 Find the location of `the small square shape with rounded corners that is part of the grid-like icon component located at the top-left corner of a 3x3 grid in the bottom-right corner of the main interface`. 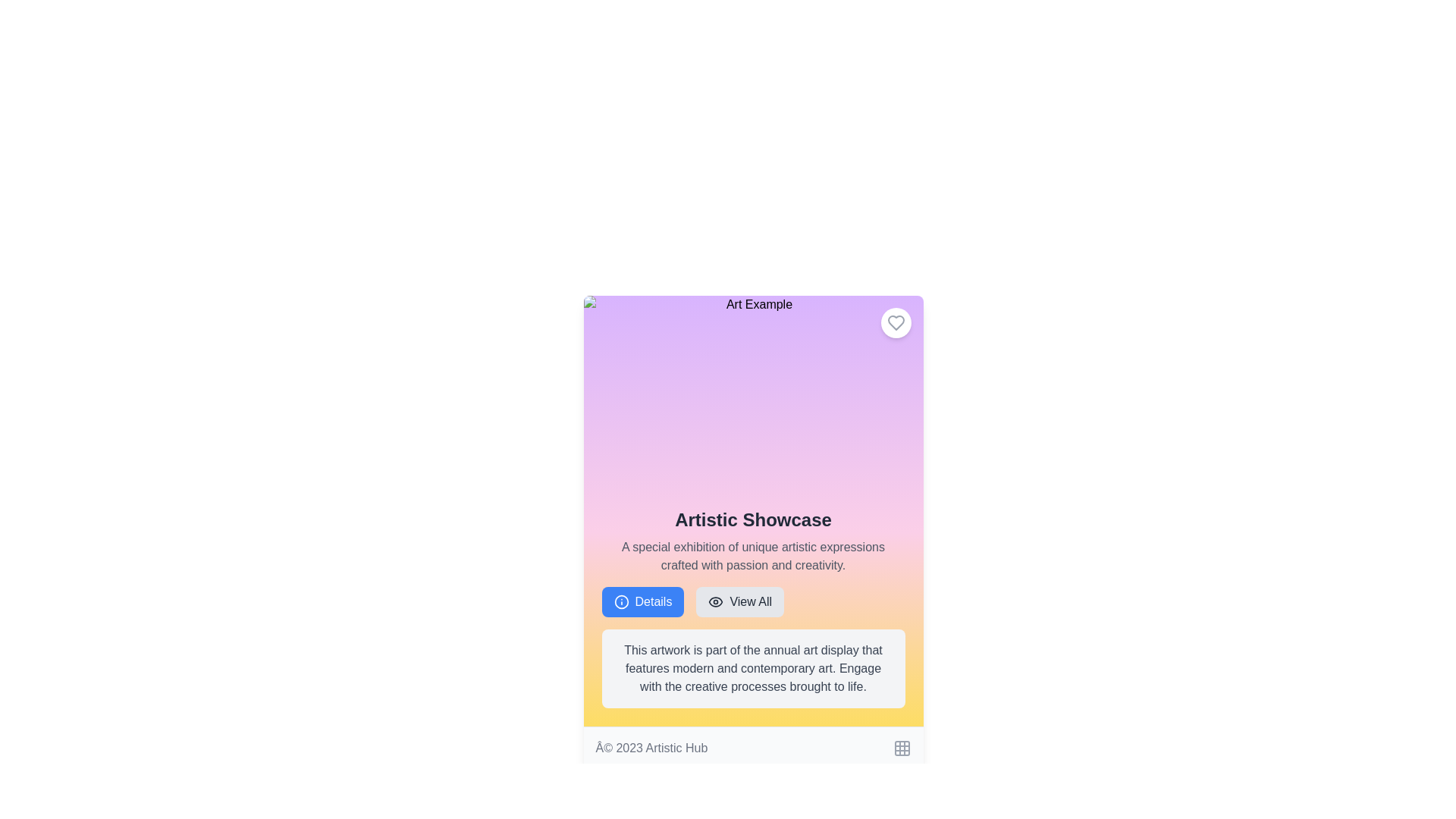

the small square shape with rounded corners that is part of the grid-like icon component located at the top-left corner of a 3x3 grid in the bottom-right corner of the main interface is located at coordinates (902, 748).